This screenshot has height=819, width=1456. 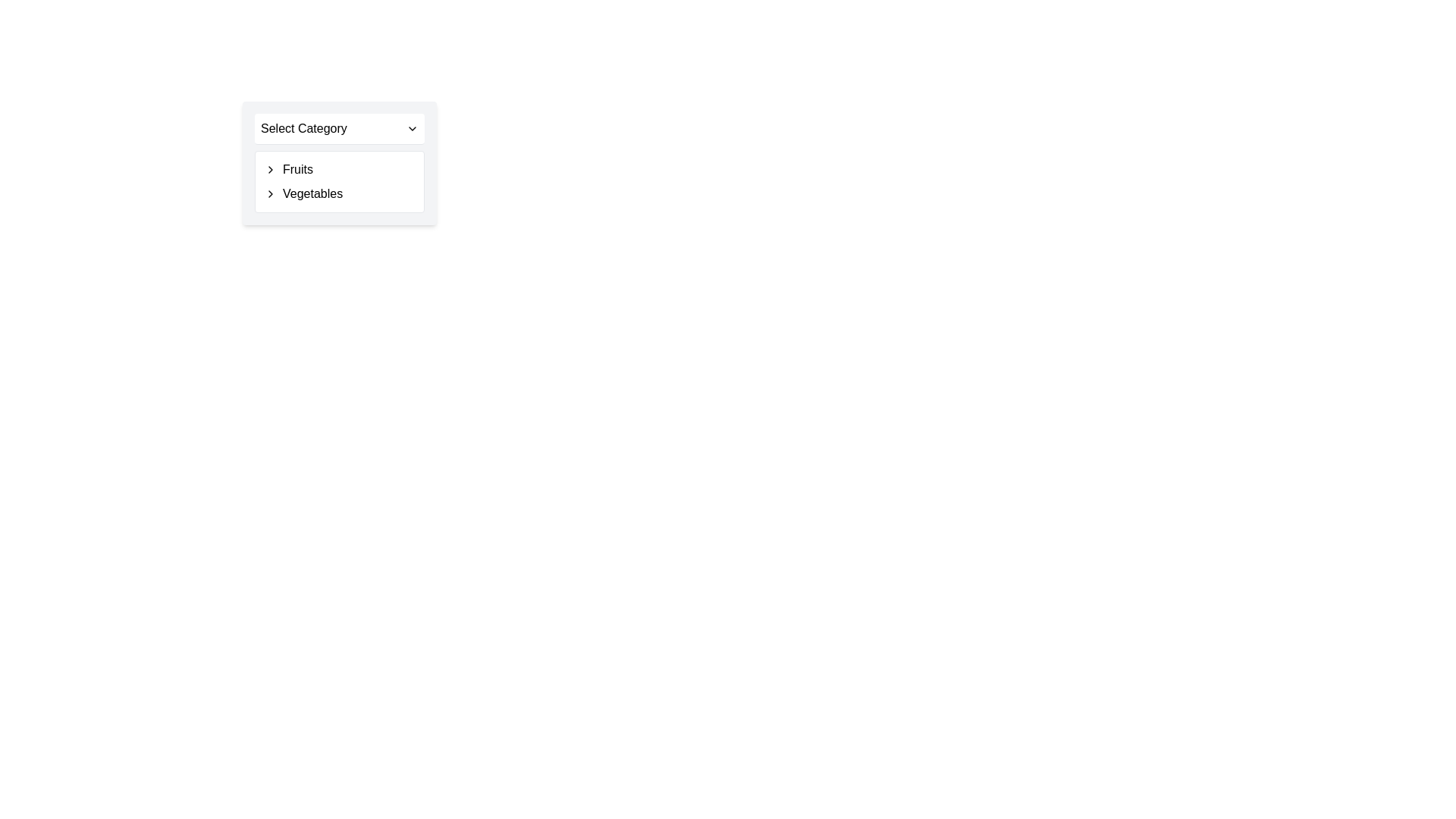 What do you see at coordinates (303, 127) in the screenshot?
I see `the dropdown menu associated with the Text Label that serves as a title or placeholder for category selection, located at the top of the centered section of the UI` at bounding box center [303, 127].